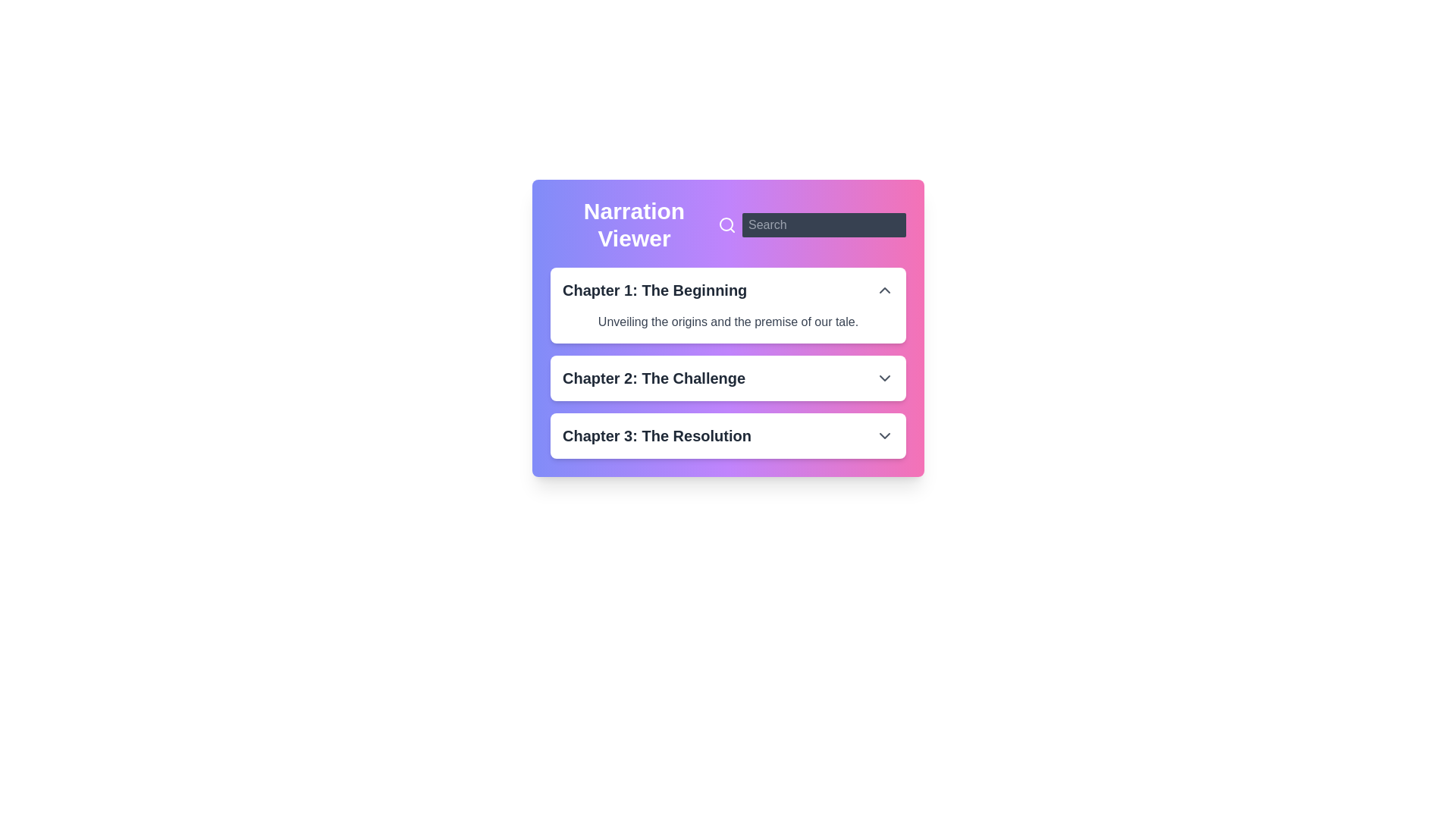 The width and height of the screenshot is (1456, 819). What do you see at coordinates (884, 377) in the screenshot?
I see `the downward-facing chevron icon button on the right side of the 'Chapter 2: The Challenge' header` at bounding box center [884, 377].